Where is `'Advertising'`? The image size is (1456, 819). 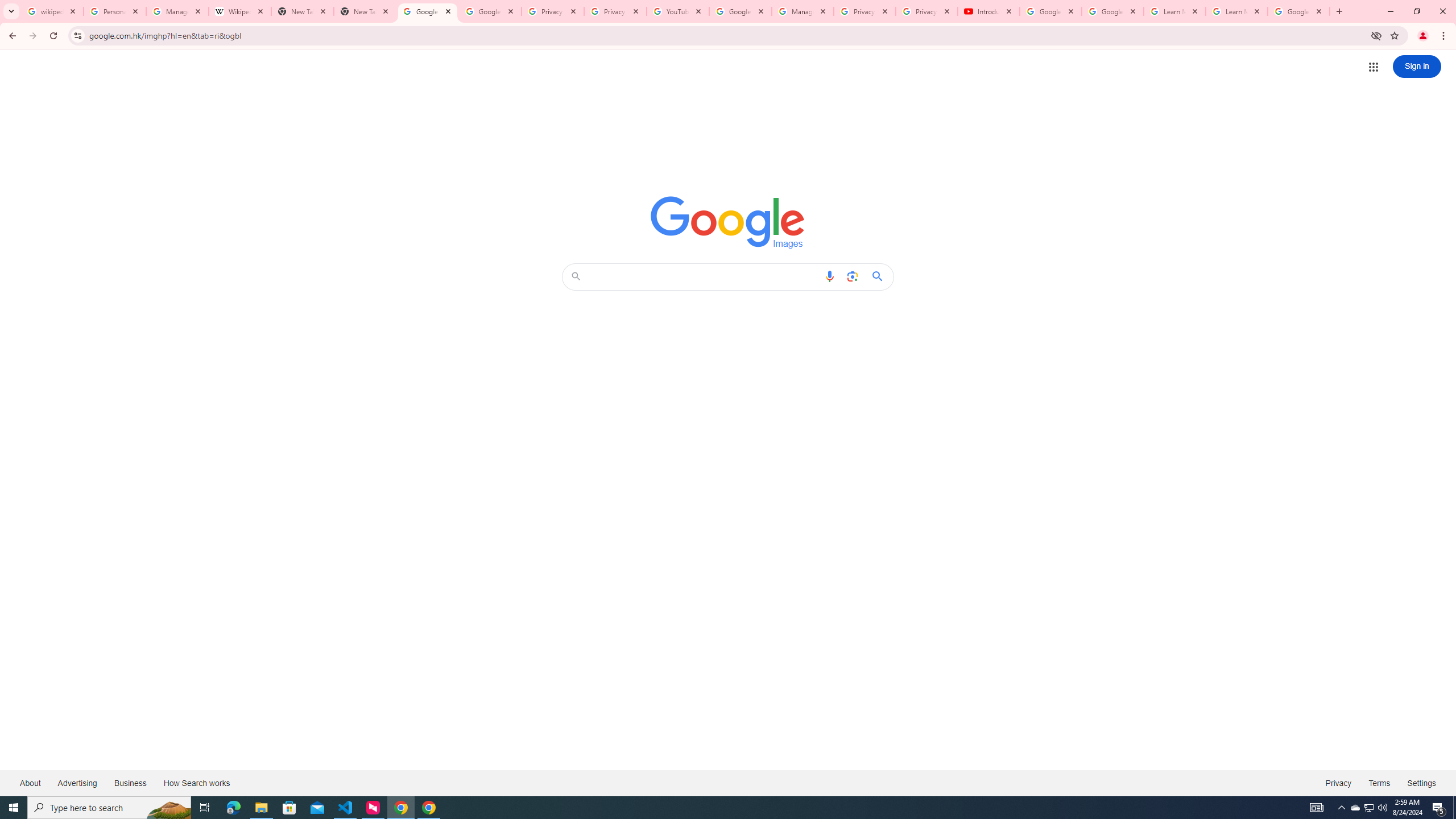
'Advertising' is located at coordinates (77, 782).